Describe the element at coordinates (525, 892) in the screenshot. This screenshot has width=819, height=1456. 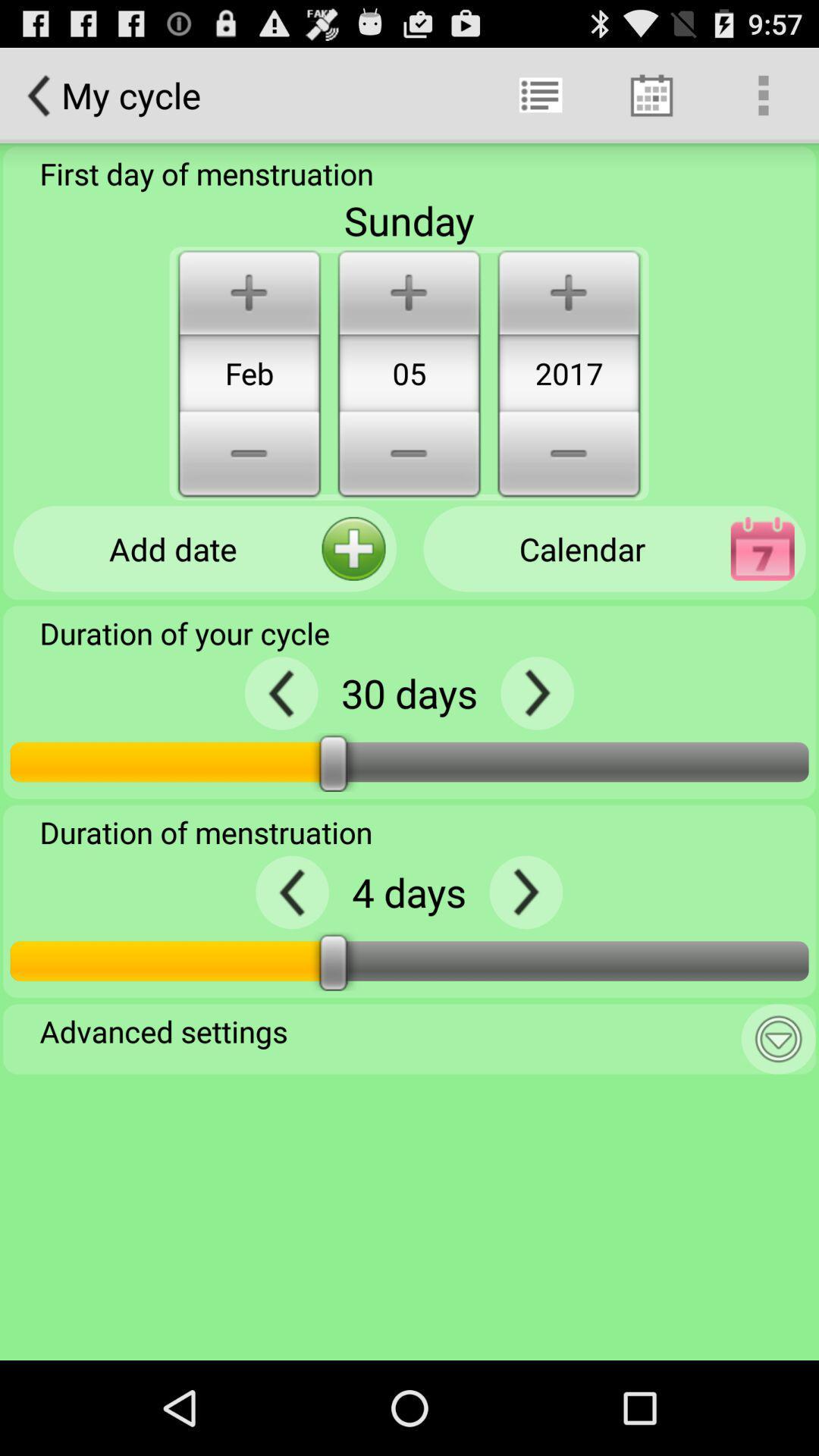
I see `next` at that location.